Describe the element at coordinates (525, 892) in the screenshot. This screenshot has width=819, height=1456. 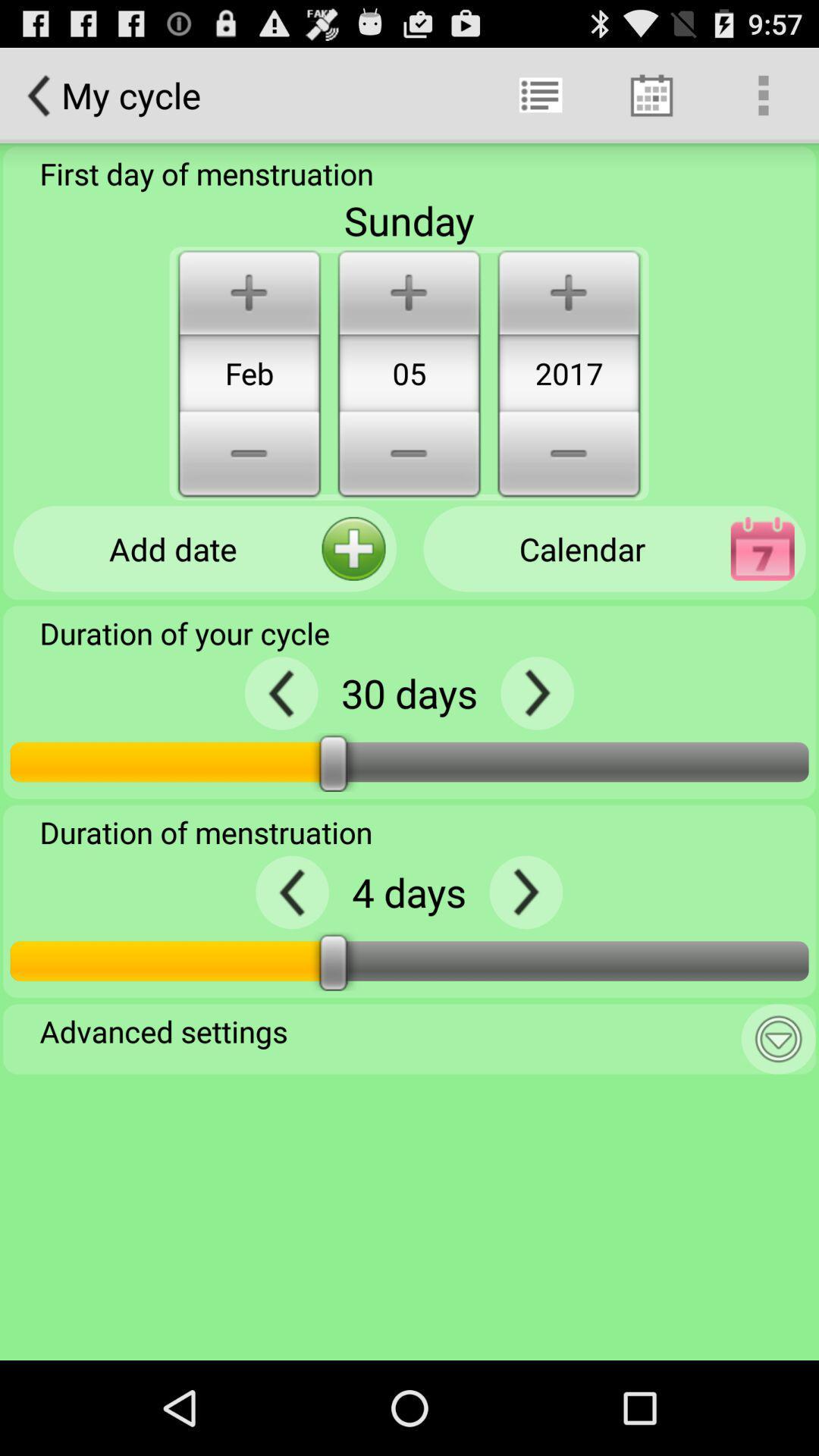
I see `next` at that location.